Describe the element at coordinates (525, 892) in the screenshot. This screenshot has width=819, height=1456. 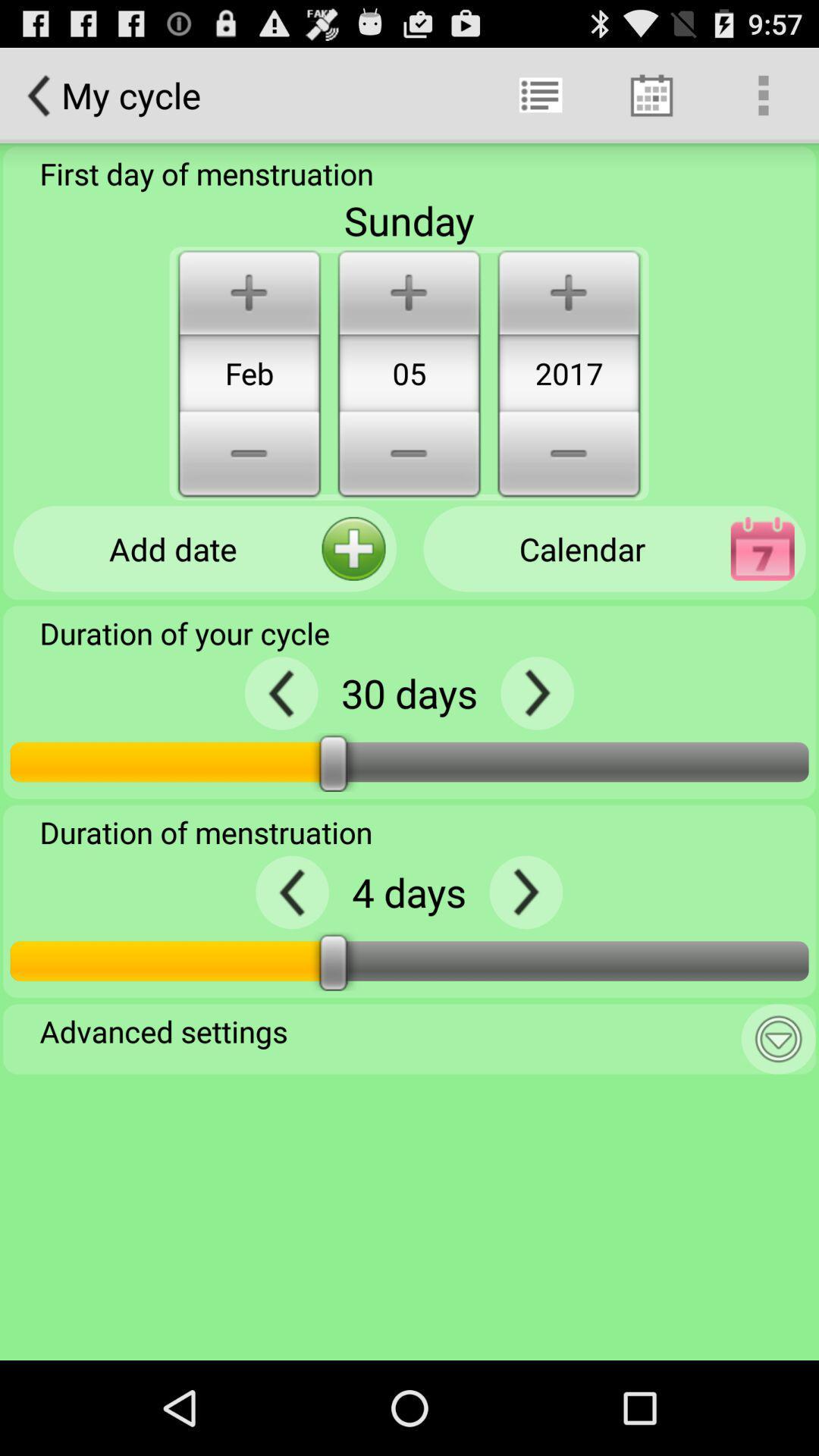
I see `next` at that location.